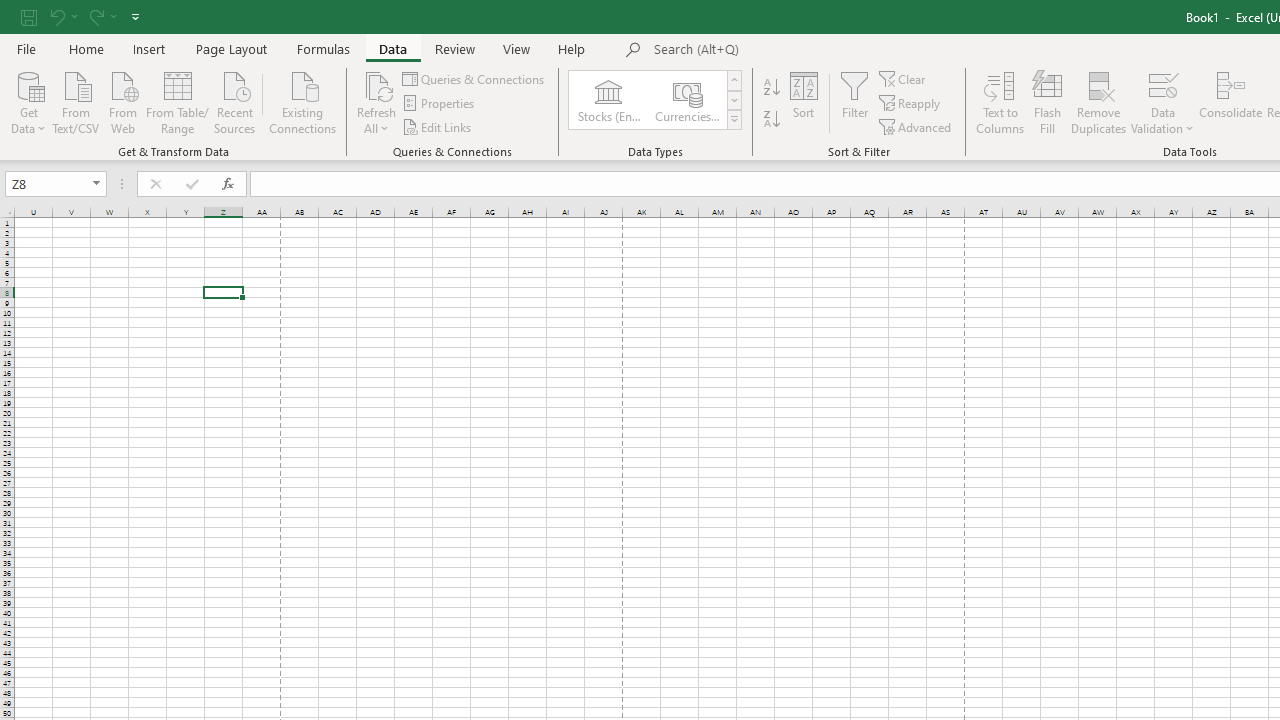 This screenshot has height=720, width=1280. What do you see at coordinates (1229, 103) in the screenshot?
I see `'Consolidate...'` at bounding box center [1229, 103].